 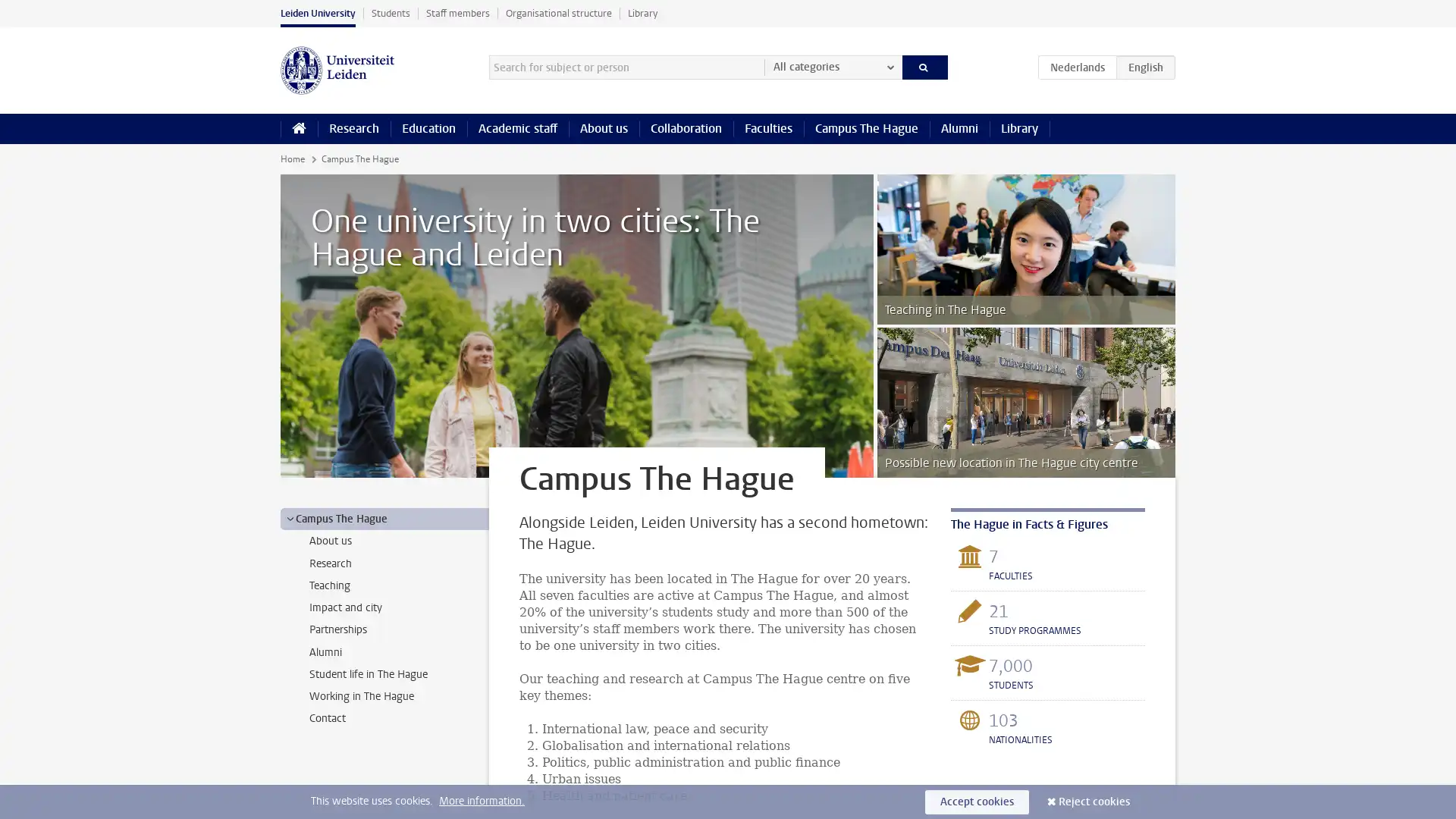 I want to click on All categories, so click(x=832, y=66).